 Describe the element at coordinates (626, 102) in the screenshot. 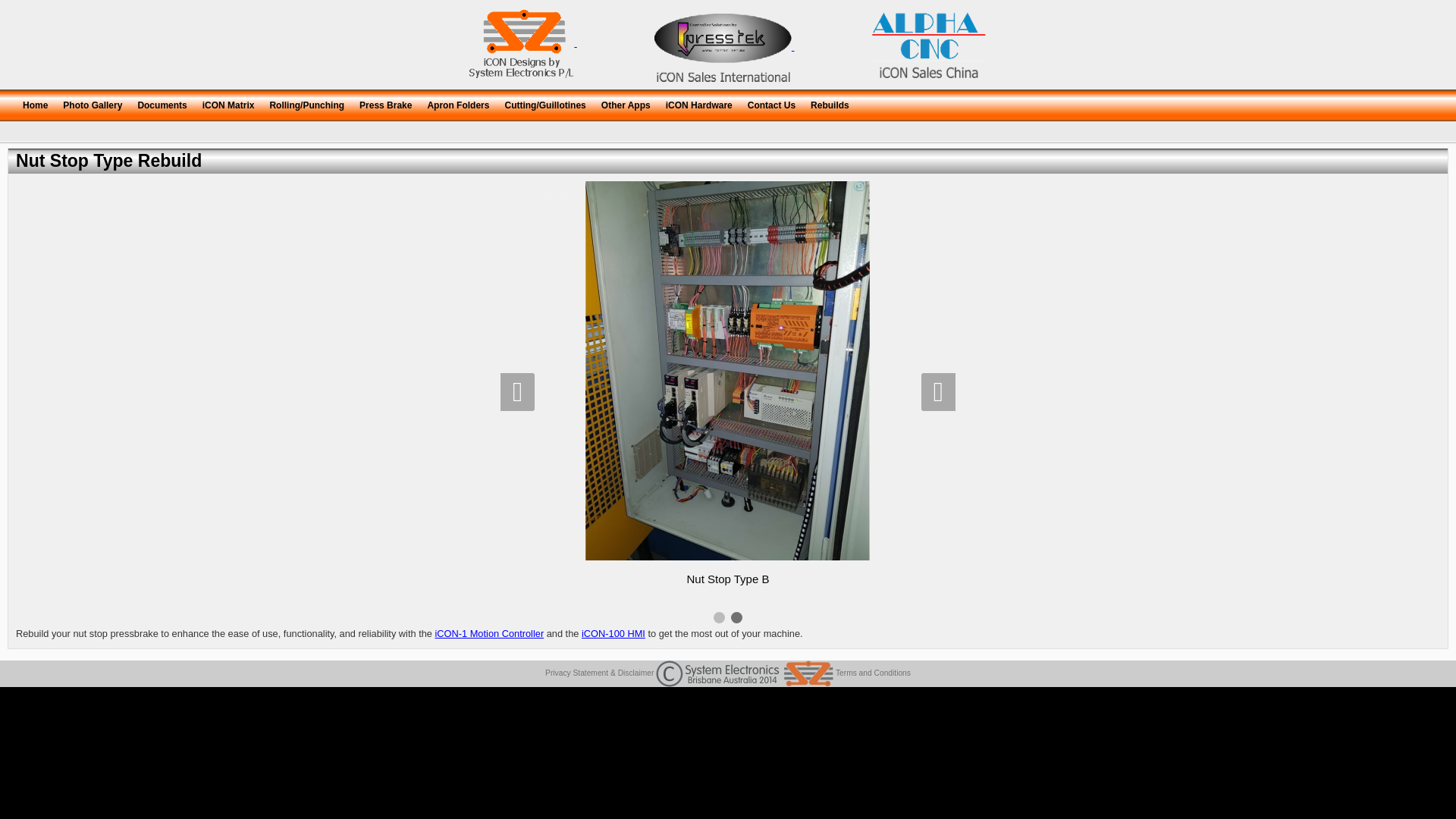

I see `'Other Apps'` at that location.